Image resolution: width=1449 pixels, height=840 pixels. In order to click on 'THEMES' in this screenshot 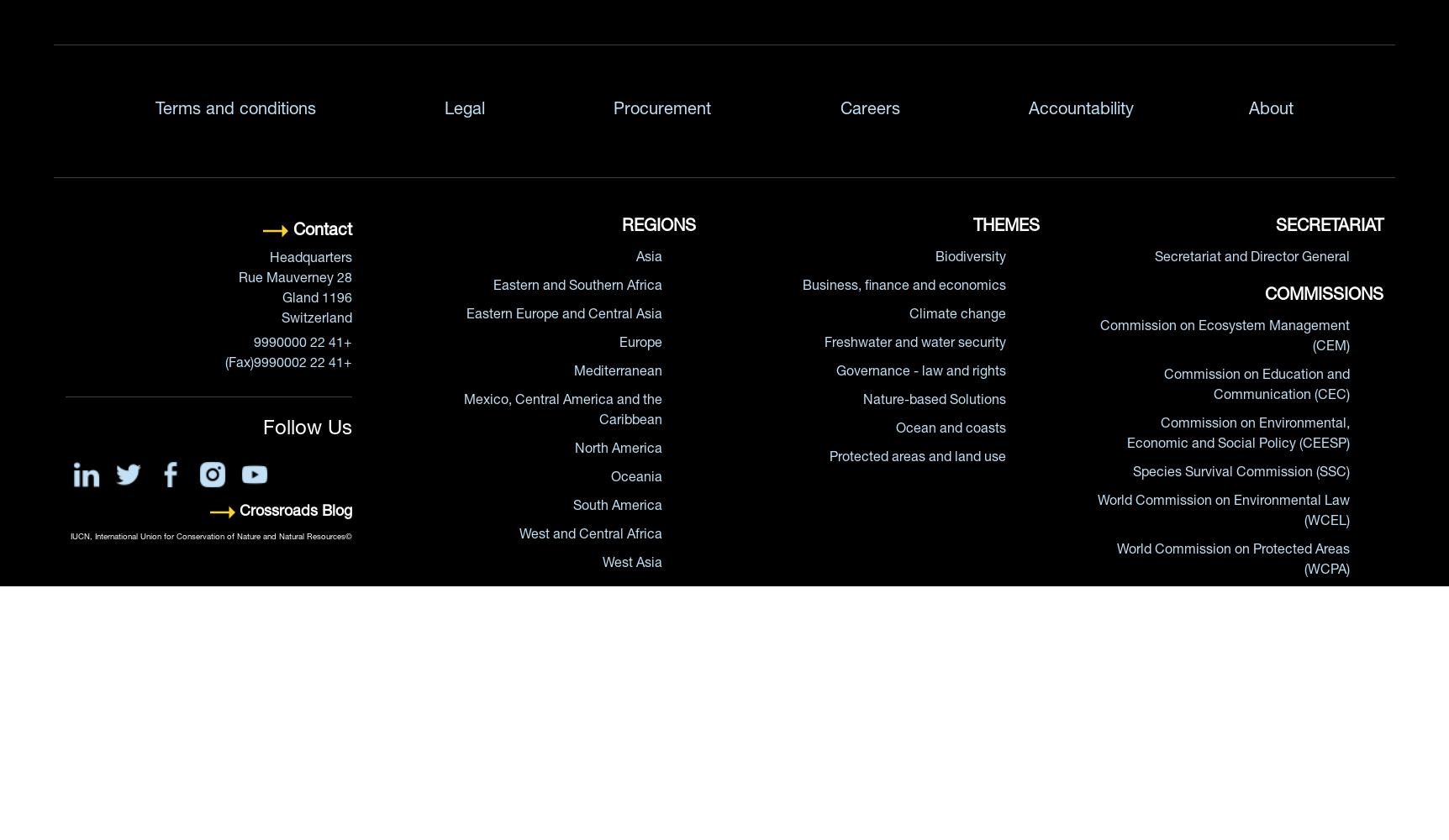, I will do `click(1005, 228)`.